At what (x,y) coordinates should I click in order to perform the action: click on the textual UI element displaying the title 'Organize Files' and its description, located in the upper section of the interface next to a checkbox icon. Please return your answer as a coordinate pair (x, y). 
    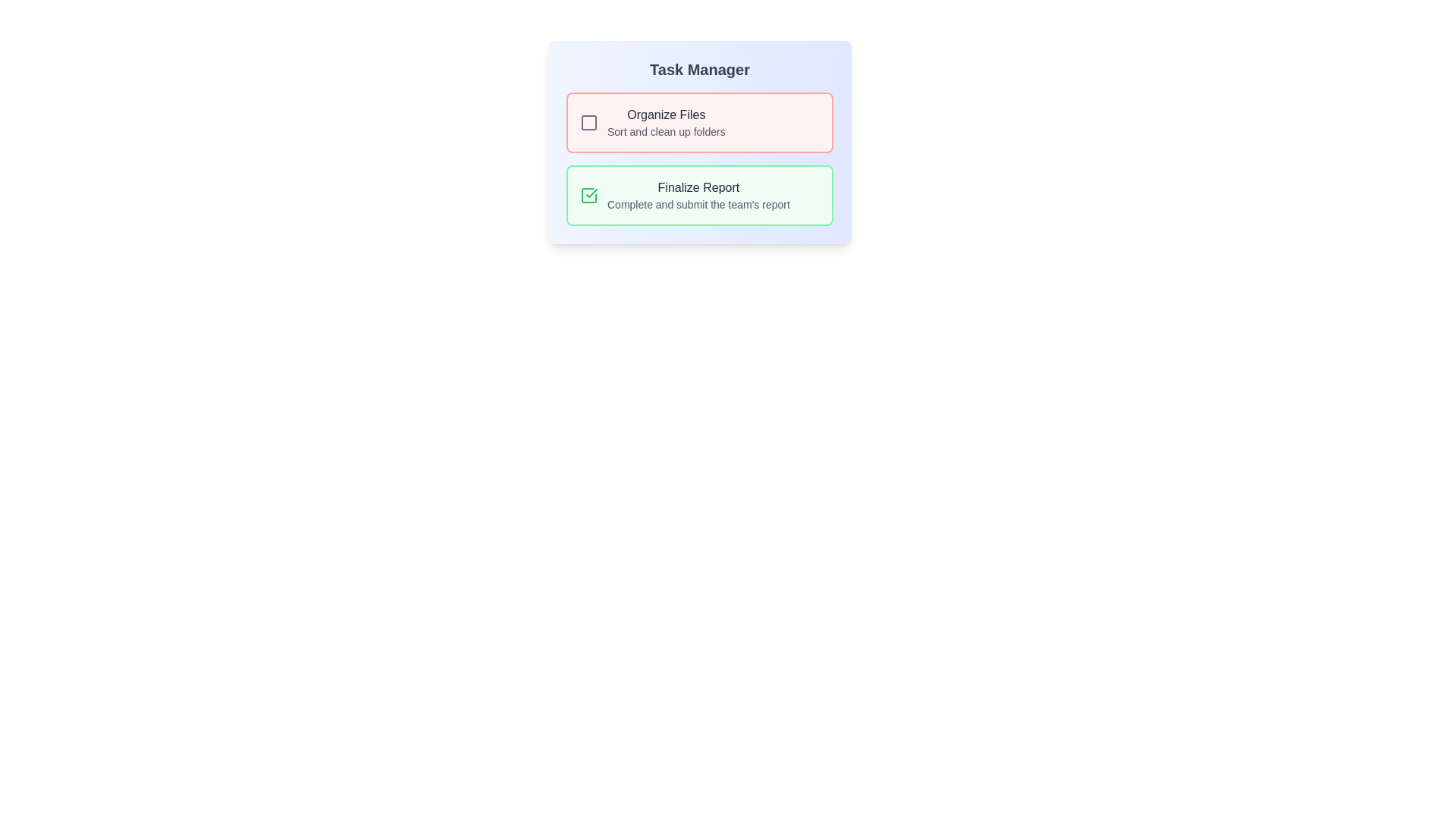
    Looking at the image, I should click on (666, 122).